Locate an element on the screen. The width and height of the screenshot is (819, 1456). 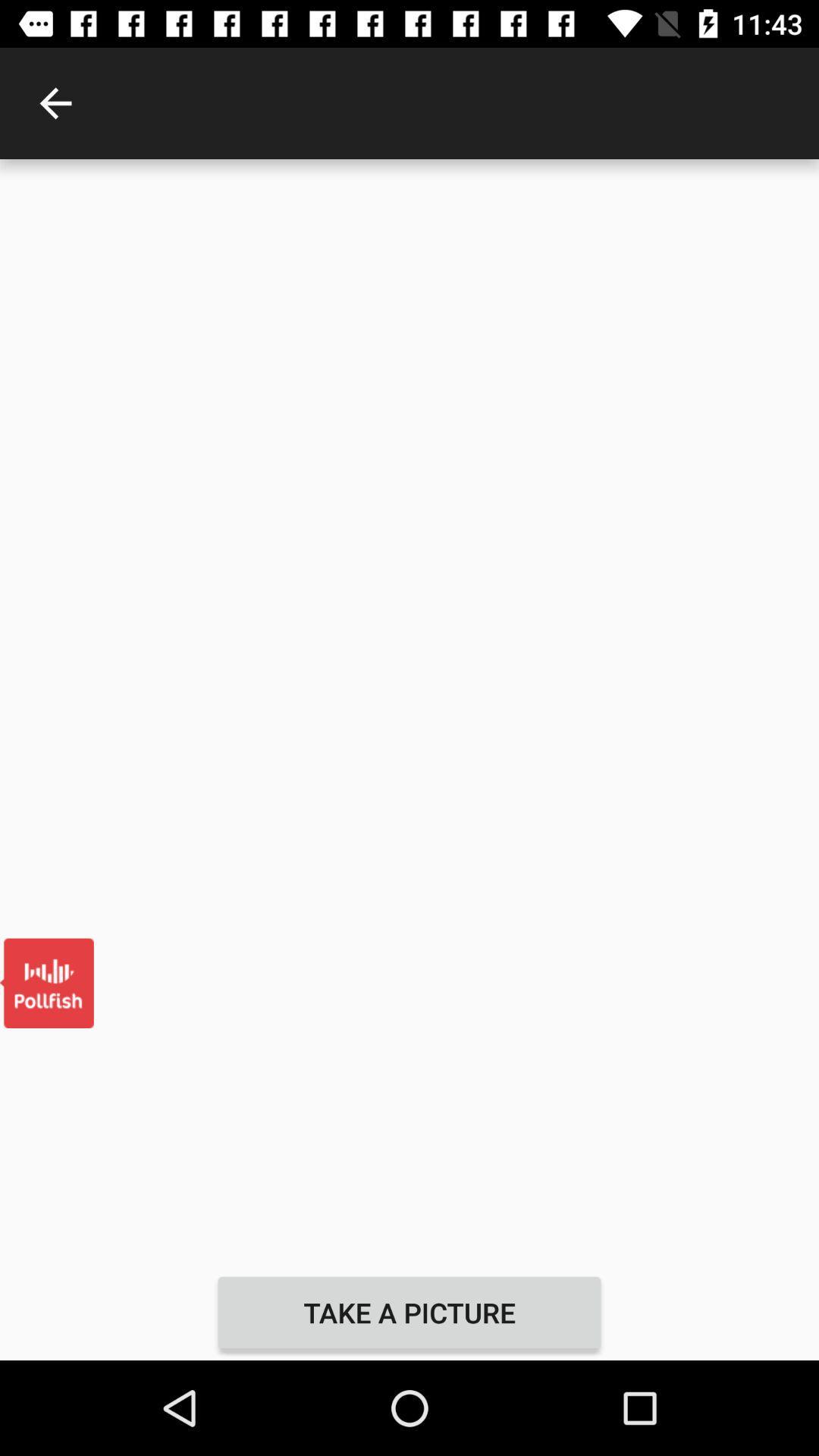
the take a picture icon is located at coordinates (409, 1312).